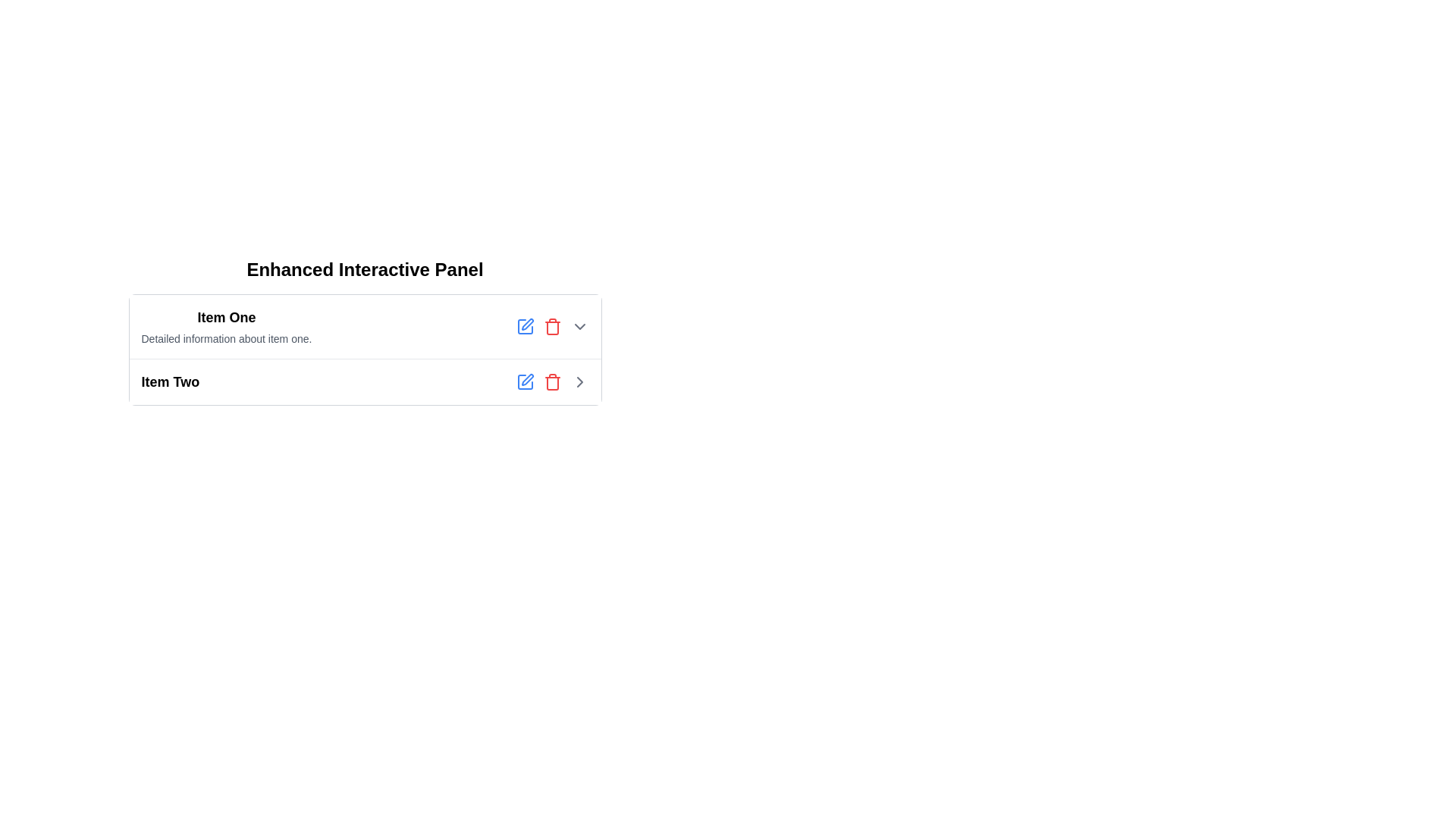  What do you see at coordinates (525, 326) in the screenshot?
I see `the icon button, which is a square with a rounded blue outline and a pen graphic inside, located to the right of the 'Item Two' label in the second row of the interactive panel` at bounding box center [525, 326].